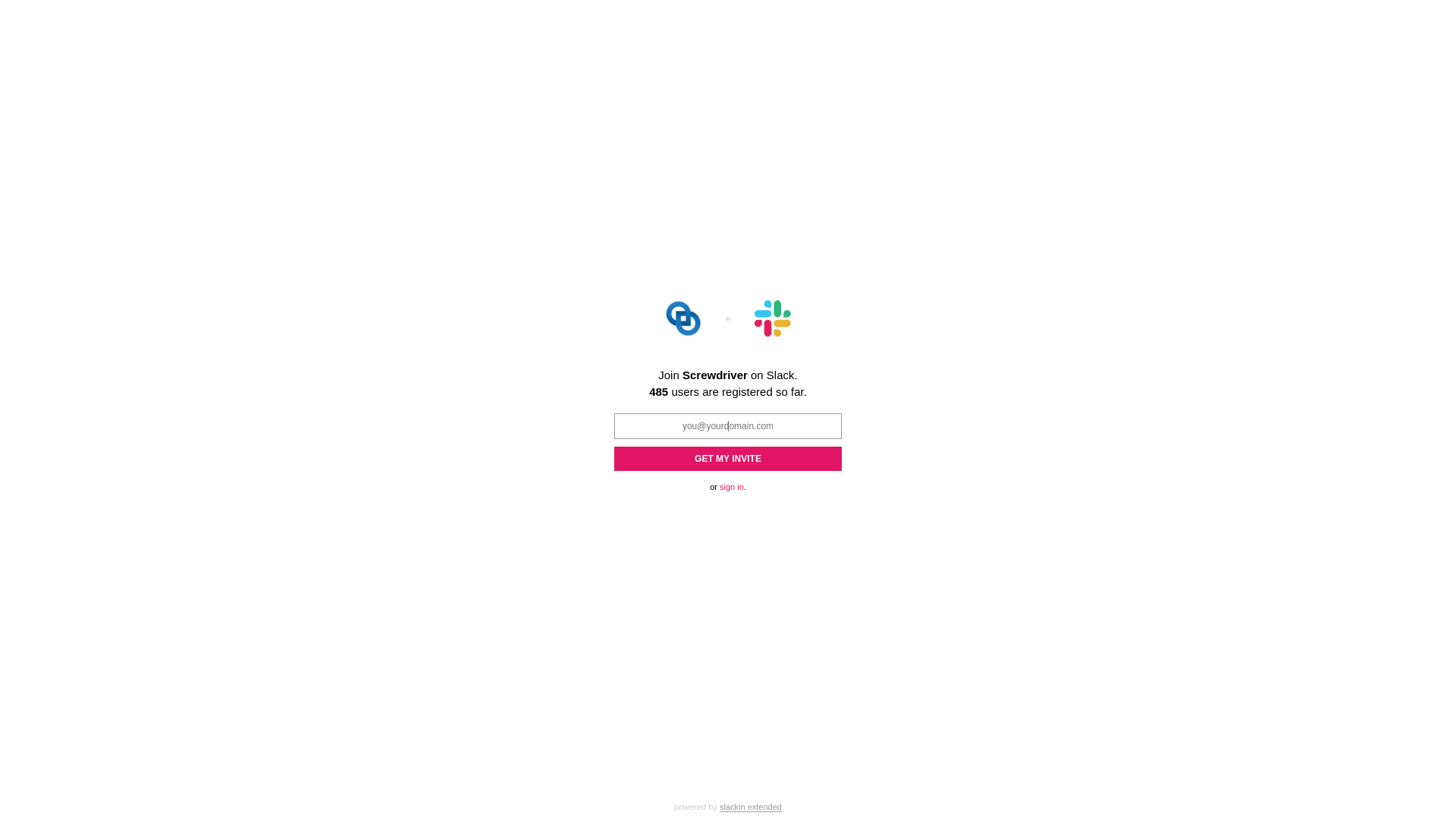  I want to click on 'slackin extended', so click(719, 806).